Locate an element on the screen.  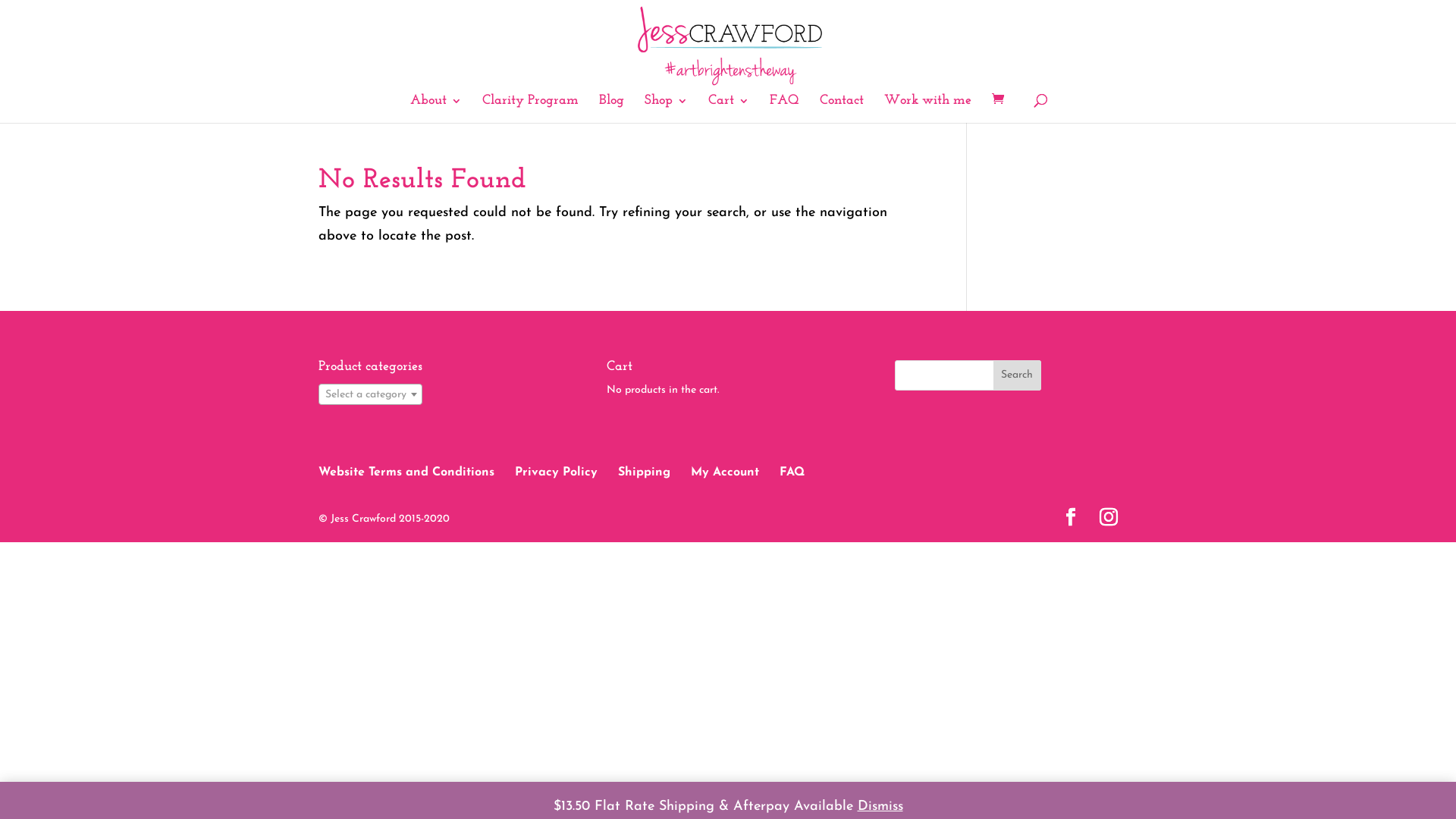
'Cart' is located at coordinates (708, 108).